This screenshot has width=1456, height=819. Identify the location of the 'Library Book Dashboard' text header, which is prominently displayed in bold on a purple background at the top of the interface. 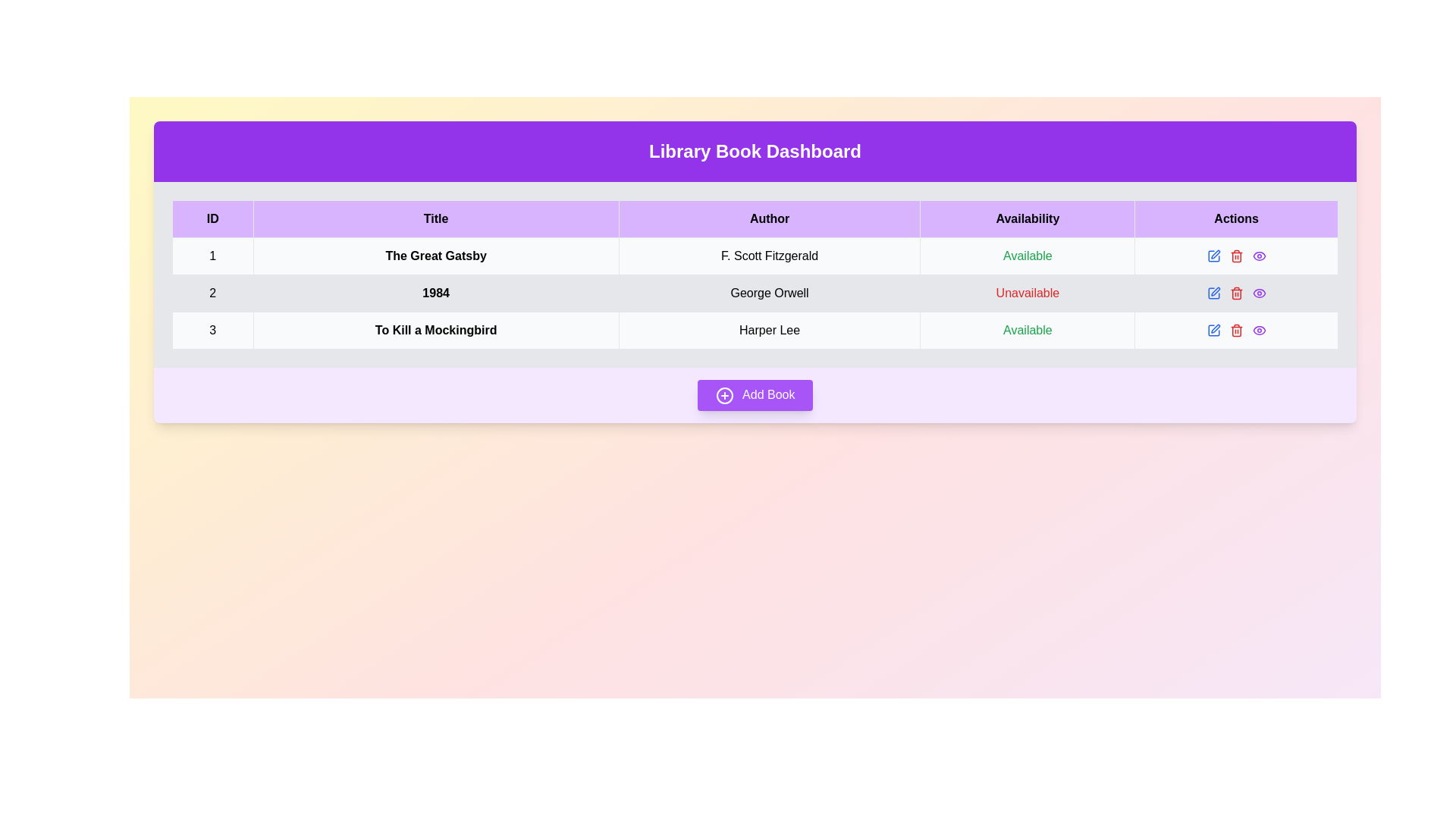
(755, 152).